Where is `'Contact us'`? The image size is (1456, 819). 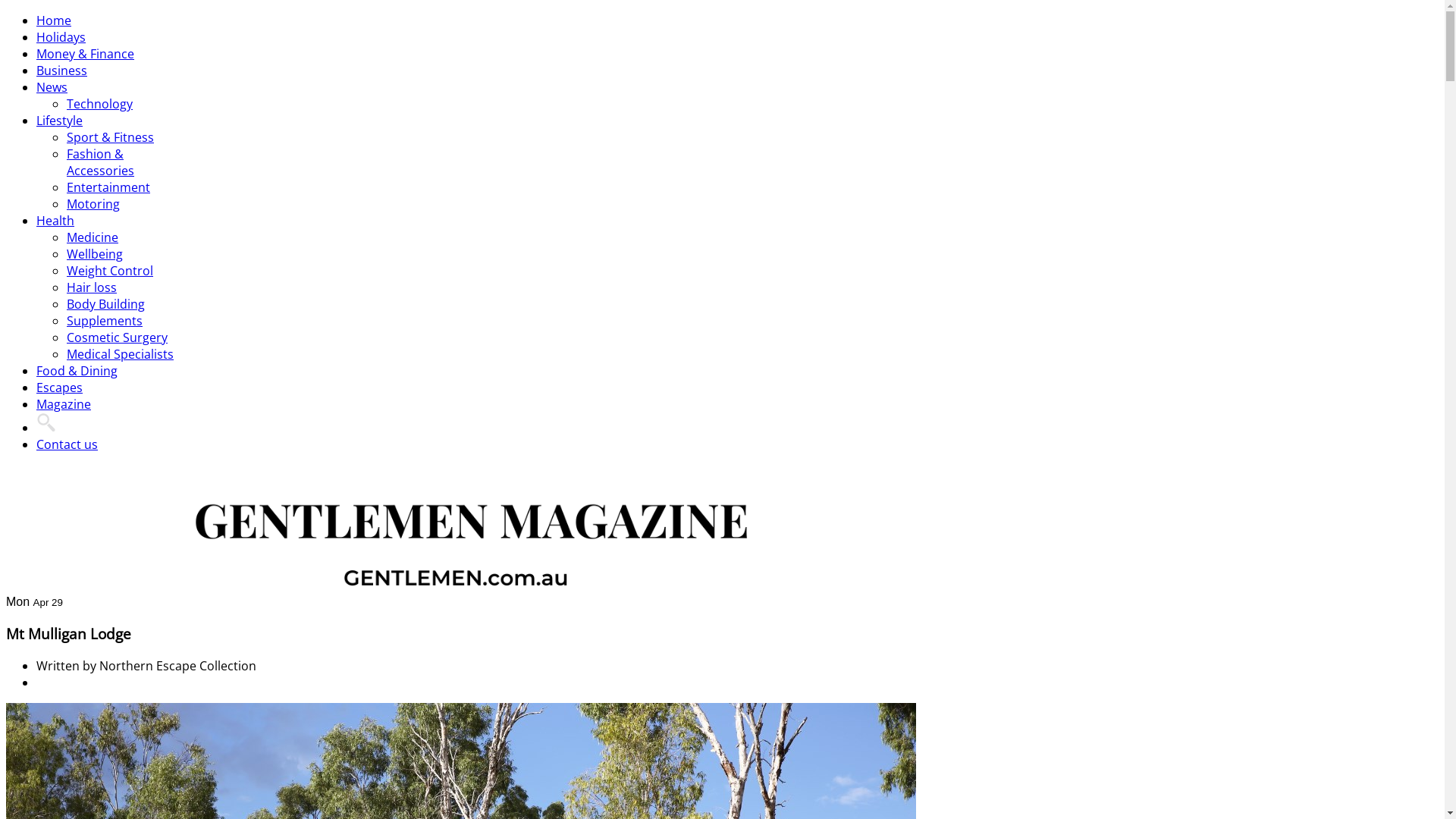 'Contact us' is located at coordinates (66, 444).